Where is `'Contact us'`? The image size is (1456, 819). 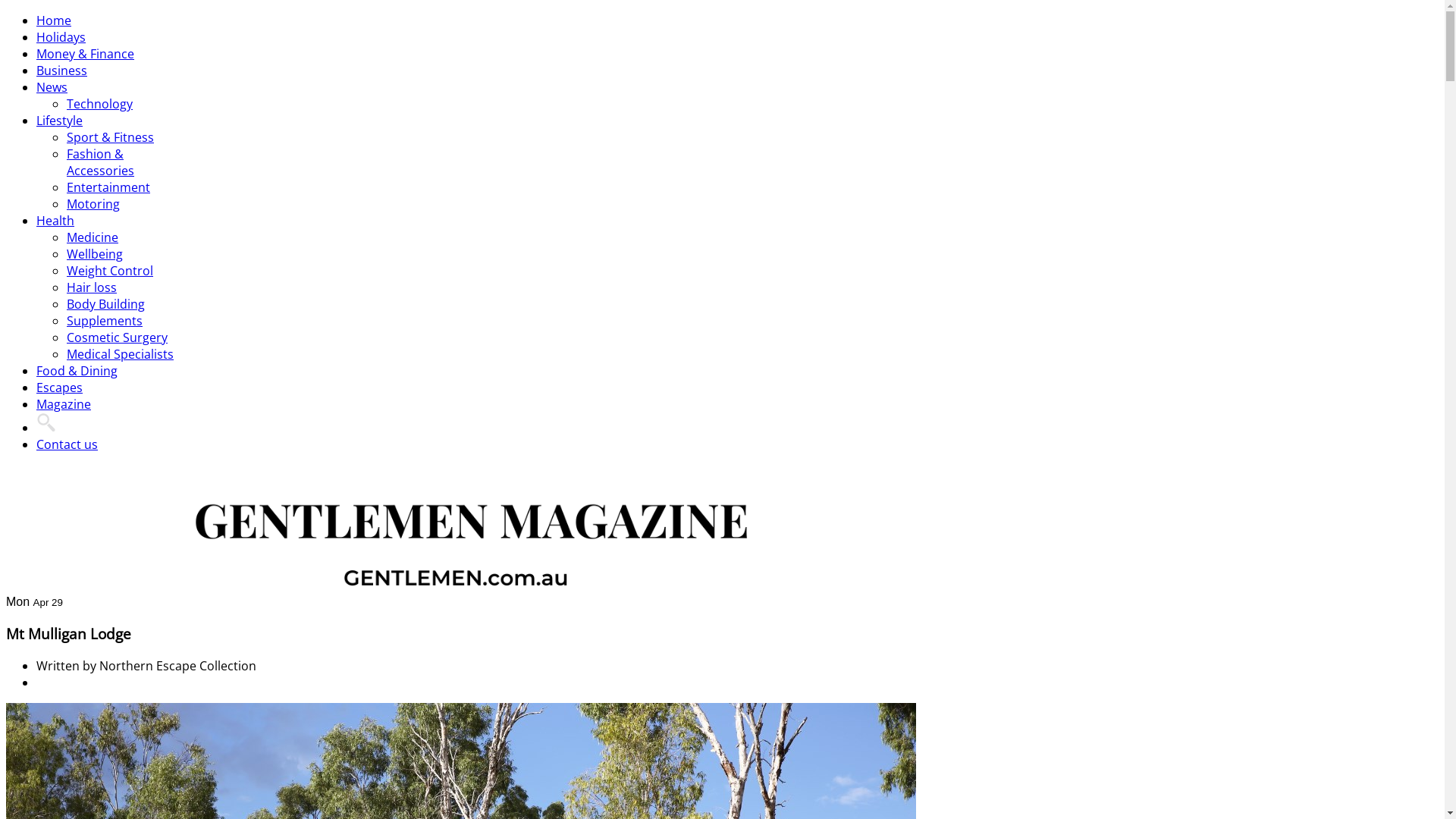 'Contact us' is located at coordinates (66, 444).